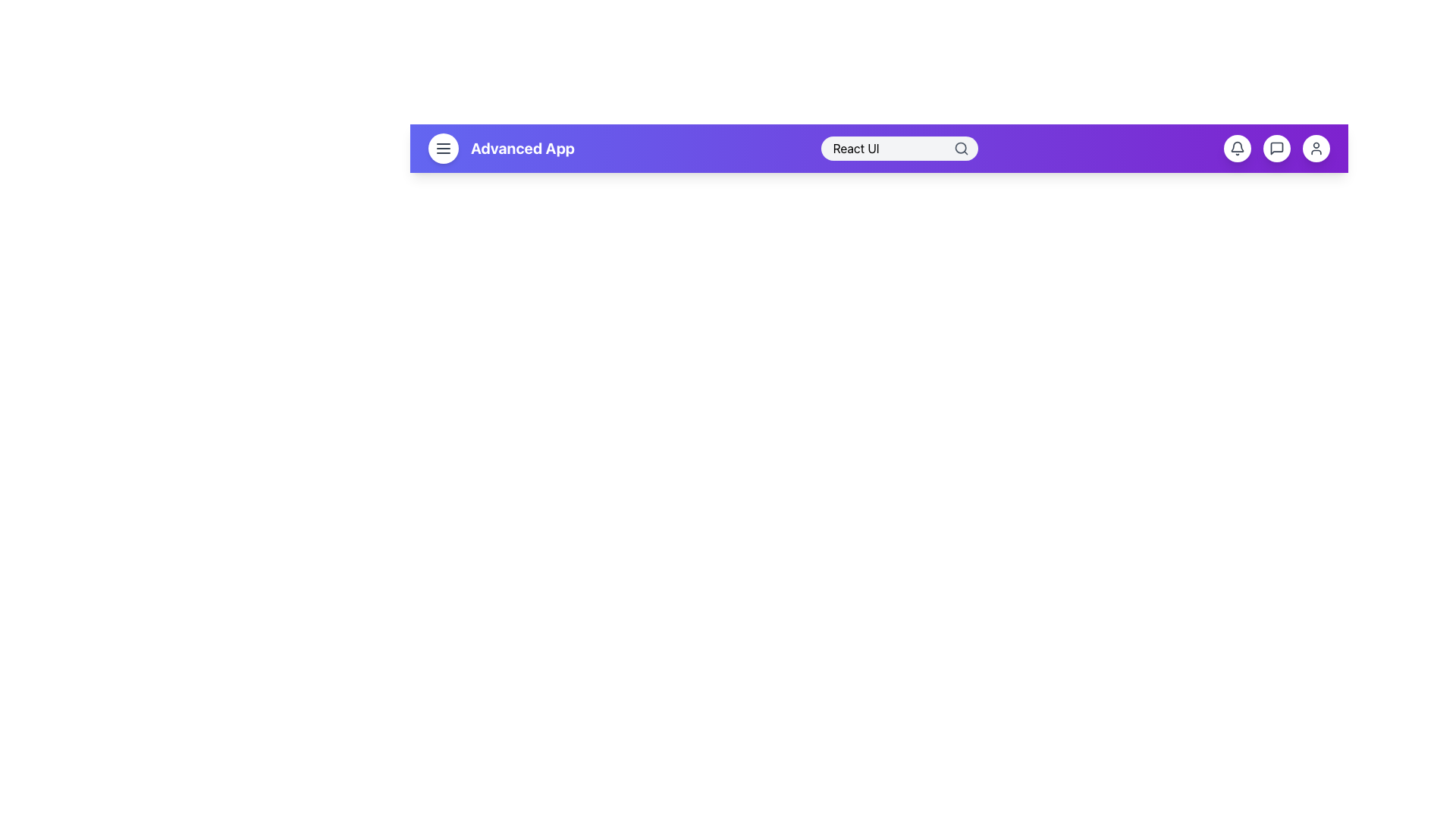 This screenshot has height=819, width=1456. What do you see at coordinates (1276, 149) in the screenshot?
I see `the speech bubble icon, which is a compact rounded square button with a white background outlined in gray, located in the top-right corner of the interface within the purple navigation bar` at bounding box center [1276, 149].